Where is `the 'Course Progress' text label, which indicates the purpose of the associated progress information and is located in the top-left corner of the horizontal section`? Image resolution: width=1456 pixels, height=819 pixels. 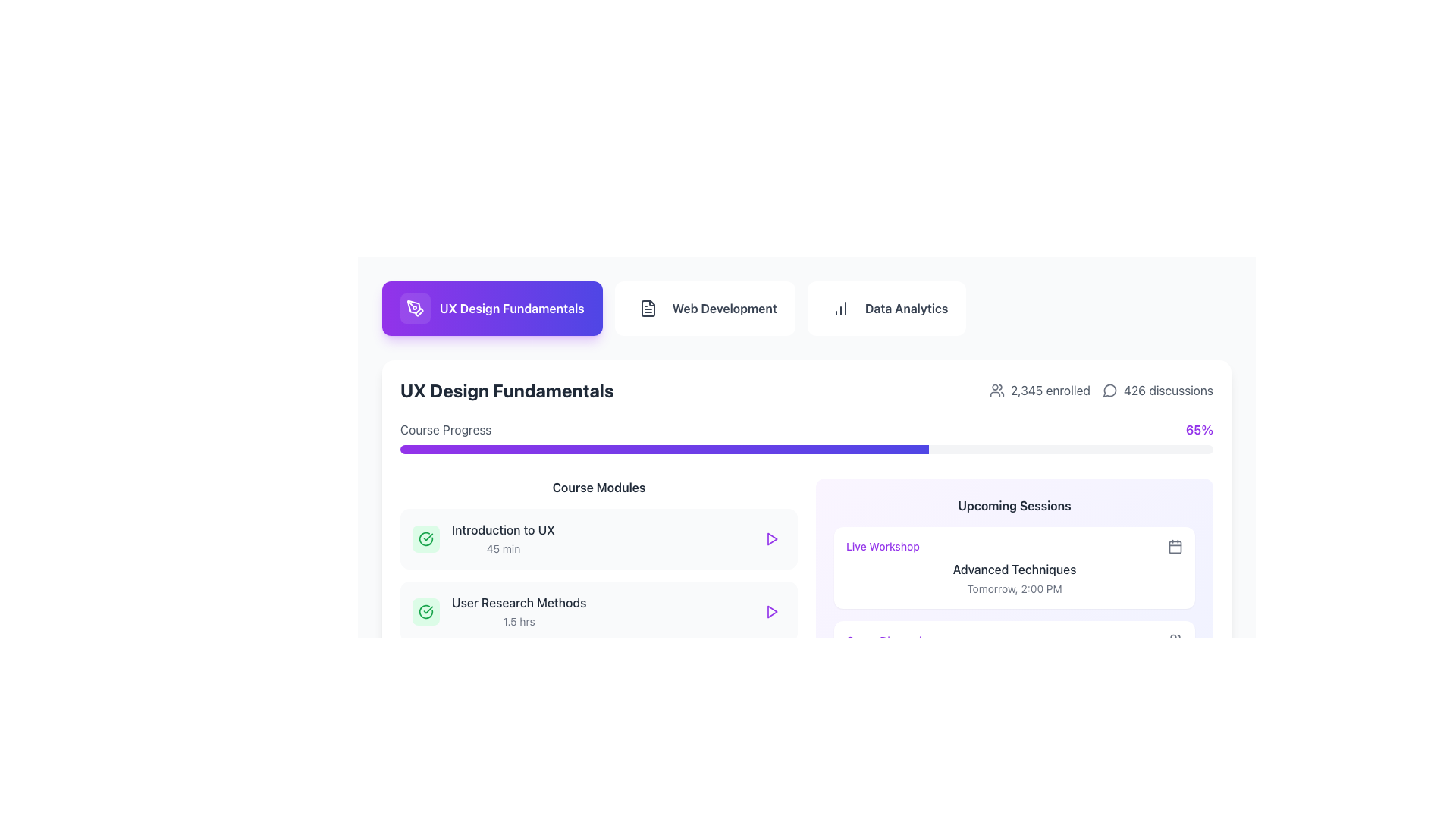 the 'Course Progress' text label, which indicates the purpose of the associated progress information and is located in the top-left corner of the horizontal section is located at coordinates (445, 430).